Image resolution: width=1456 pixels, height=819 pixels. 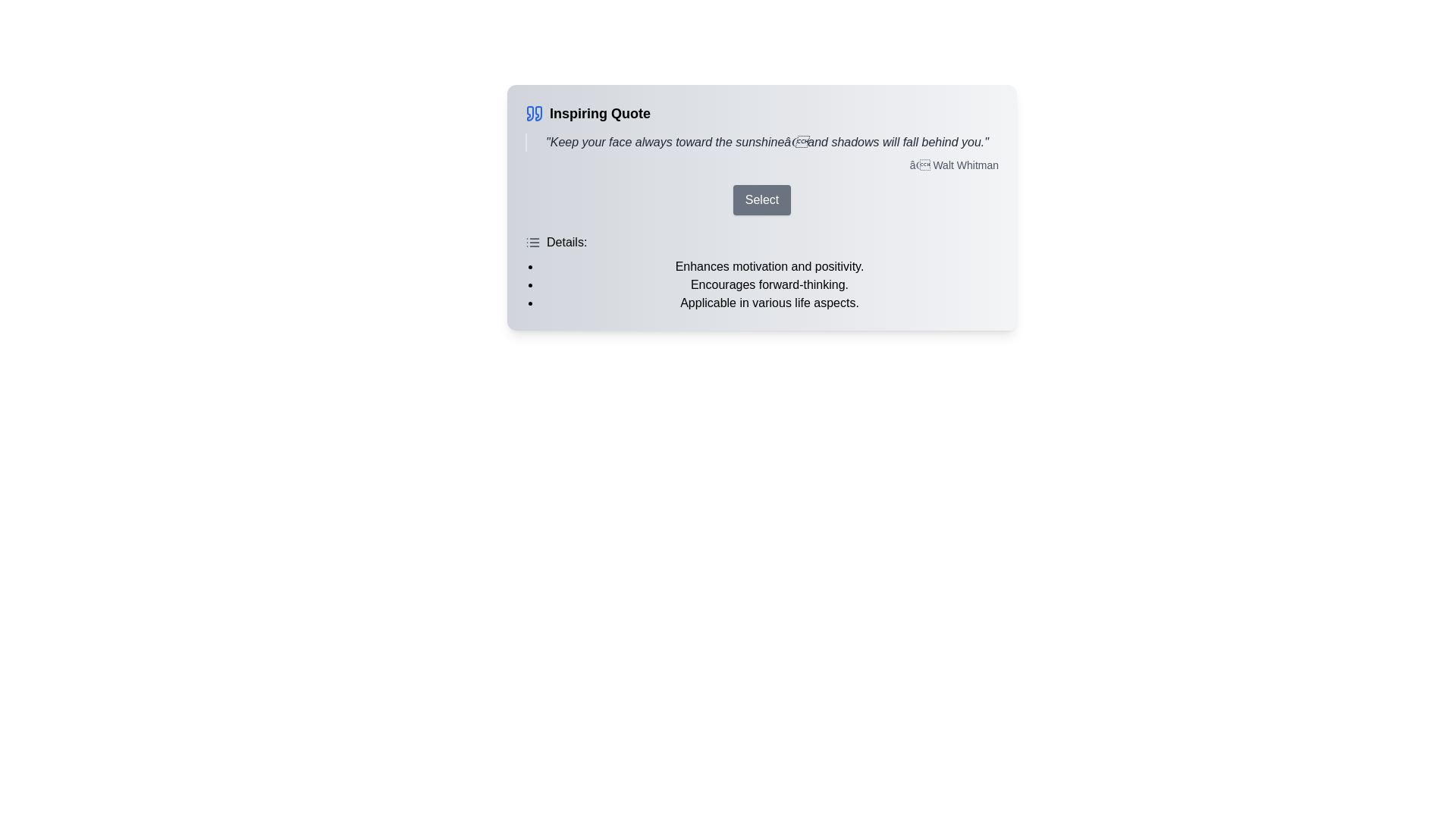 I want to click on the rectangular button with rounded corners and gray background labeled 'Select', so click(x=761, y=199).